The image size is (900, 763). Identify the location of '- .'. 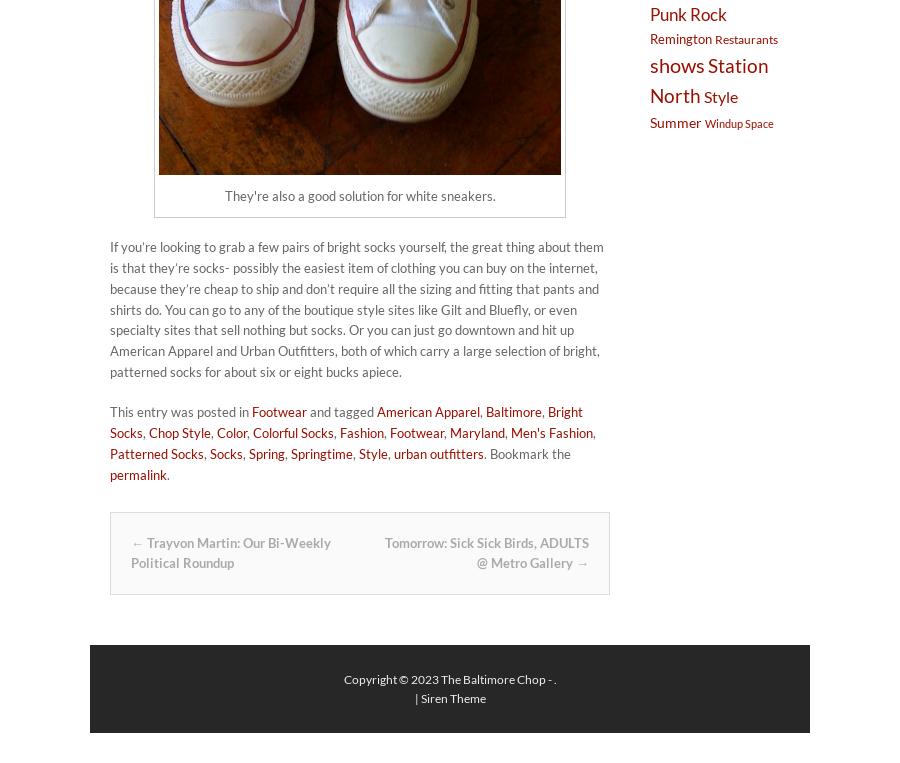
(549, 677).